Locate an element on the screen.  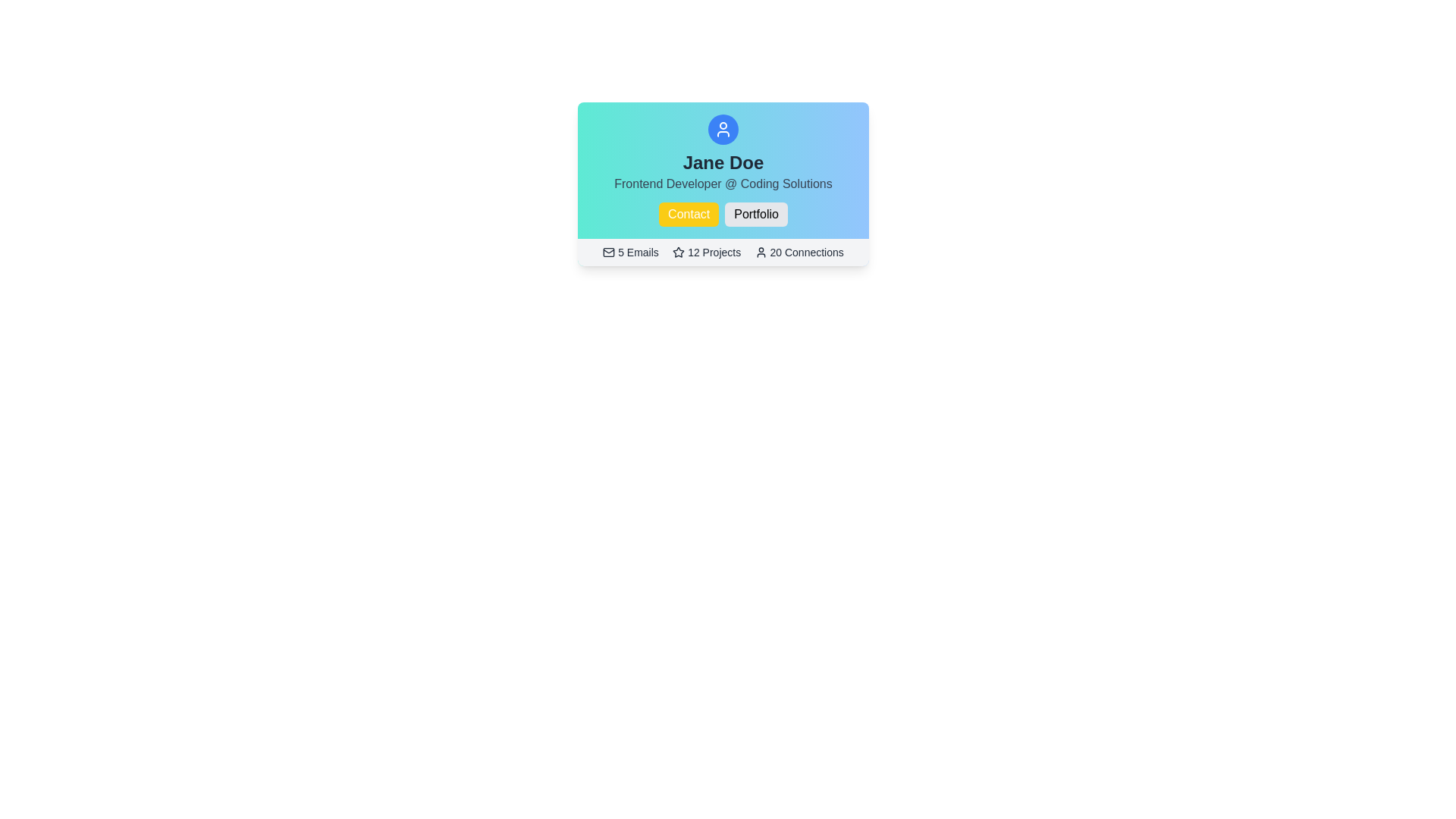
the informational Text with icons row that summarizes the user's activity, located below the 'Contact' and 'Portfolio' buttons is located at coordinates (723, 251).